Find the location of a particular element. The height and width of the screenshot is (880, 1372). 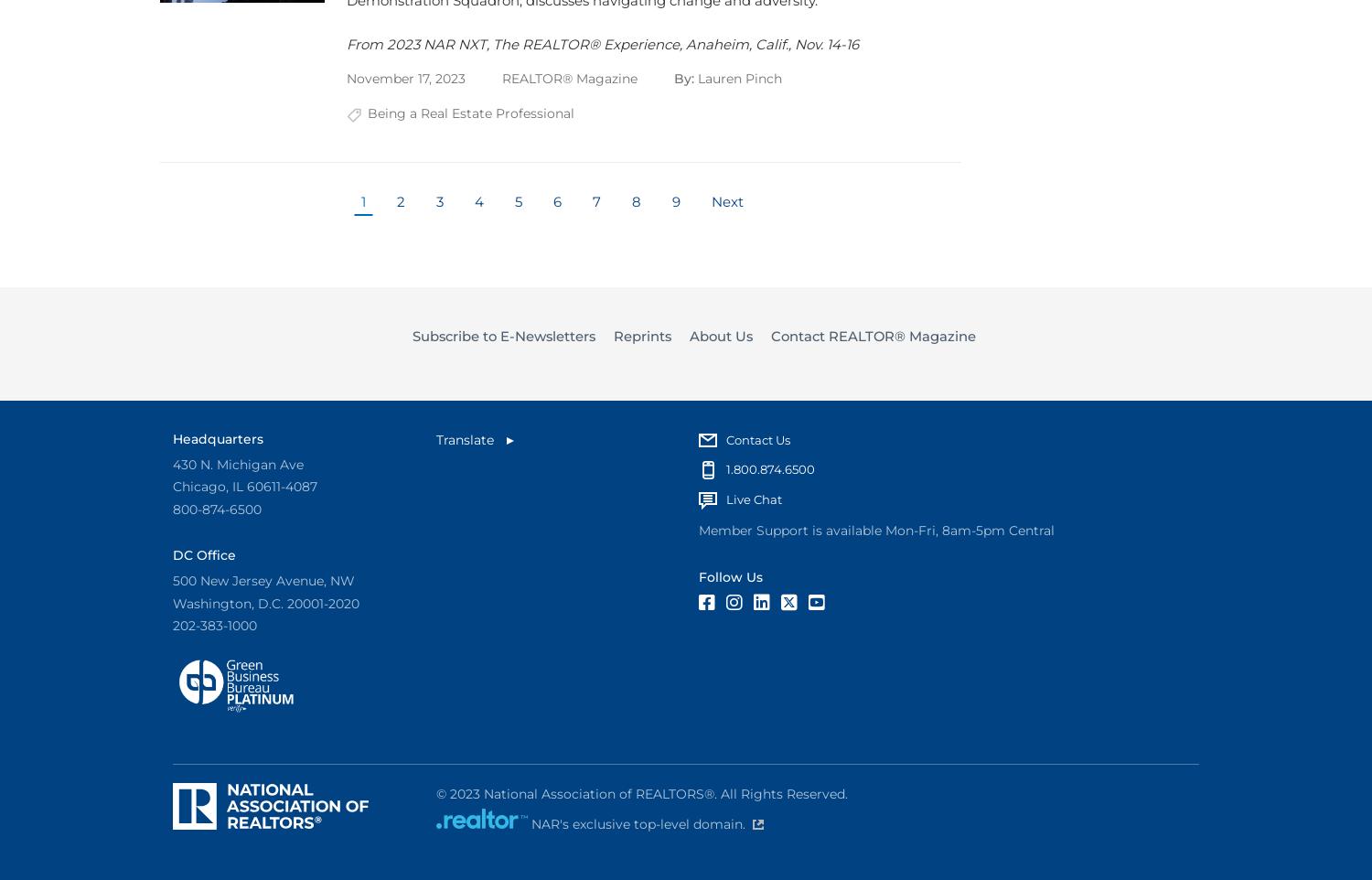

'Contact REALTOR® Magazine' is located at coordinates (872, 336).